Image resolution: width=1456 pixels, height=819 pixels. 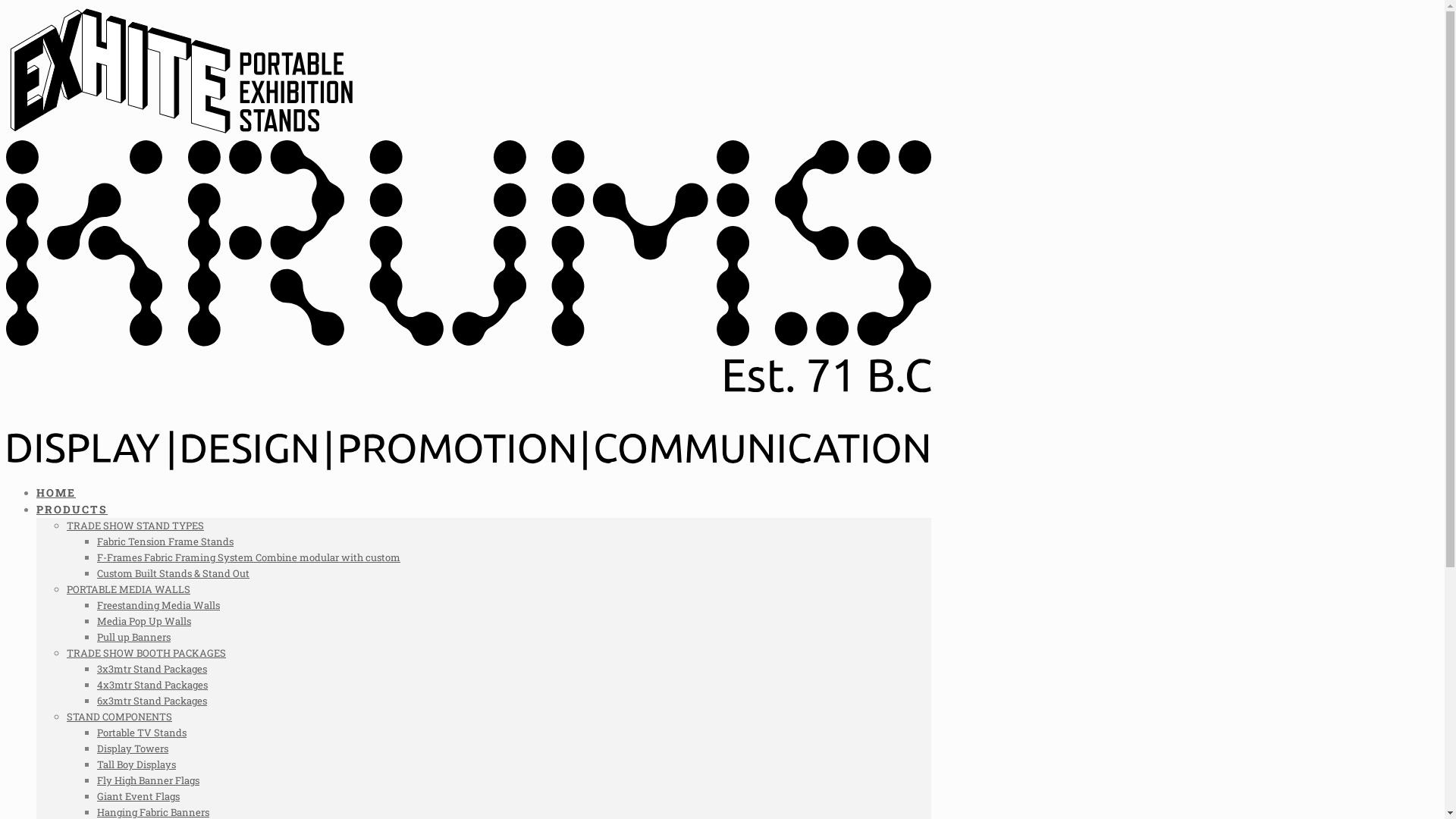 I want to click on '4x3mtr Stand Packages', so click(x=152, y=684).